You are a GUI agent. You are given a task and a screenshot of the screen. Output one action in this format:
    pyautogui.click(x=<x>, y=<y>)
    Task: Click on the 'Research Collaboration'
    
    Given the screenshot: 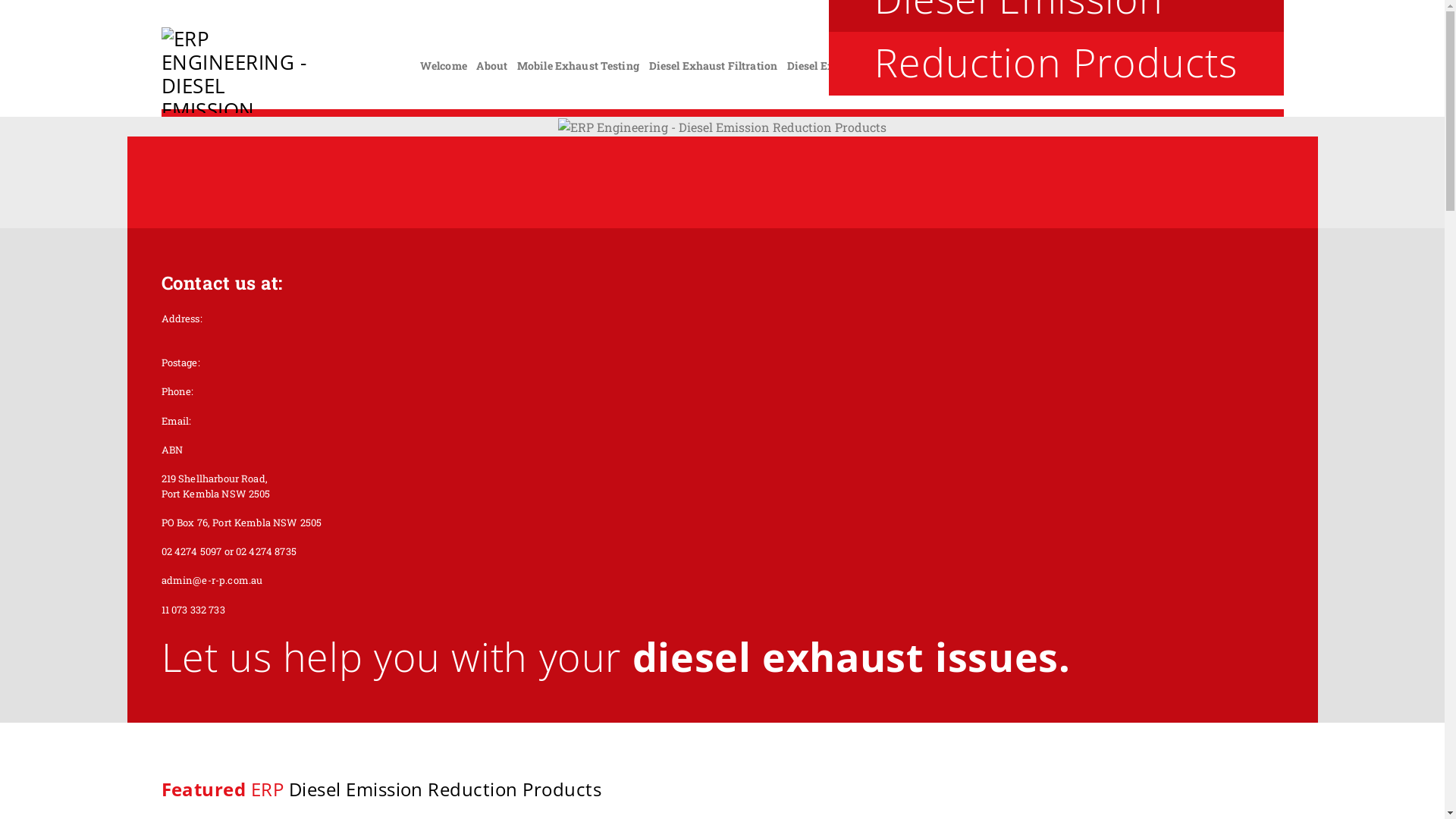 What is the action you would take?
    pyautogui.click(x=1078, y=65)
    